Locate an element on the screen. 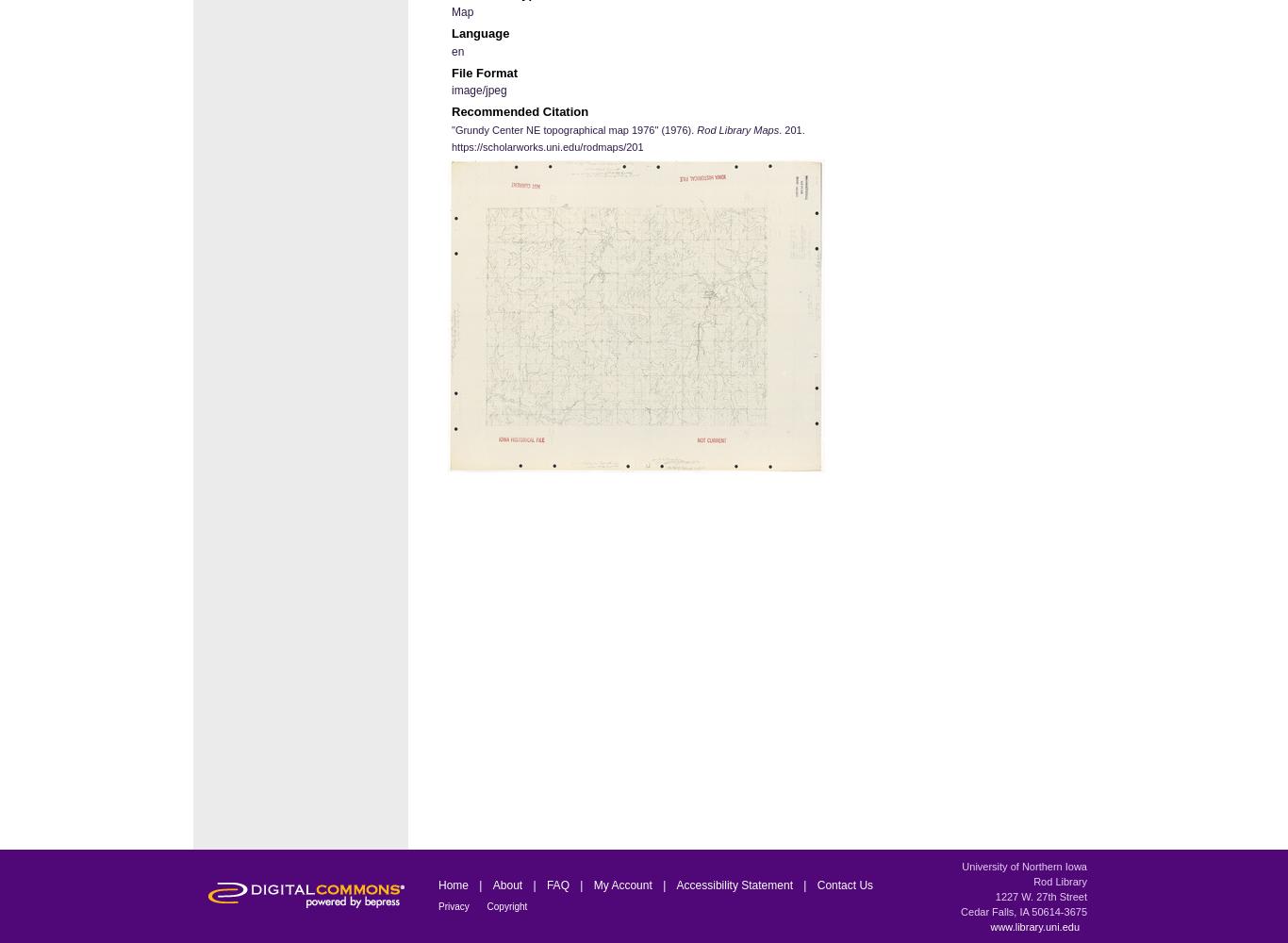 The height and width of the screenshot is (943, 1288). 'Accessibility Statement' is located at coordinates (735, 885).